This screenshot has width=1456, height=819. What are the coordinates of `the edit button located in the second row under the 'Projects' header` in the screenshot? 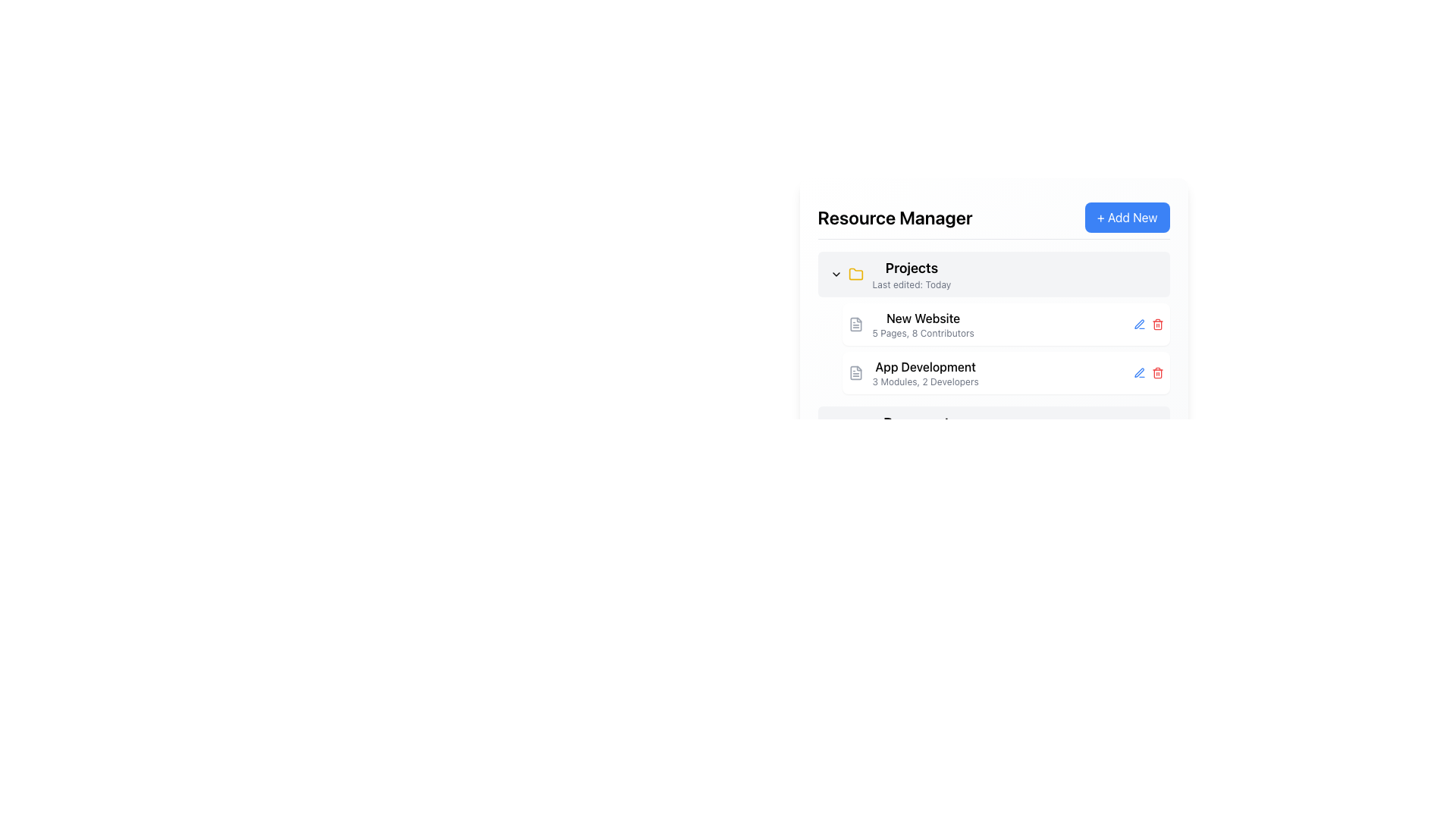 It's located at (1139, 324).